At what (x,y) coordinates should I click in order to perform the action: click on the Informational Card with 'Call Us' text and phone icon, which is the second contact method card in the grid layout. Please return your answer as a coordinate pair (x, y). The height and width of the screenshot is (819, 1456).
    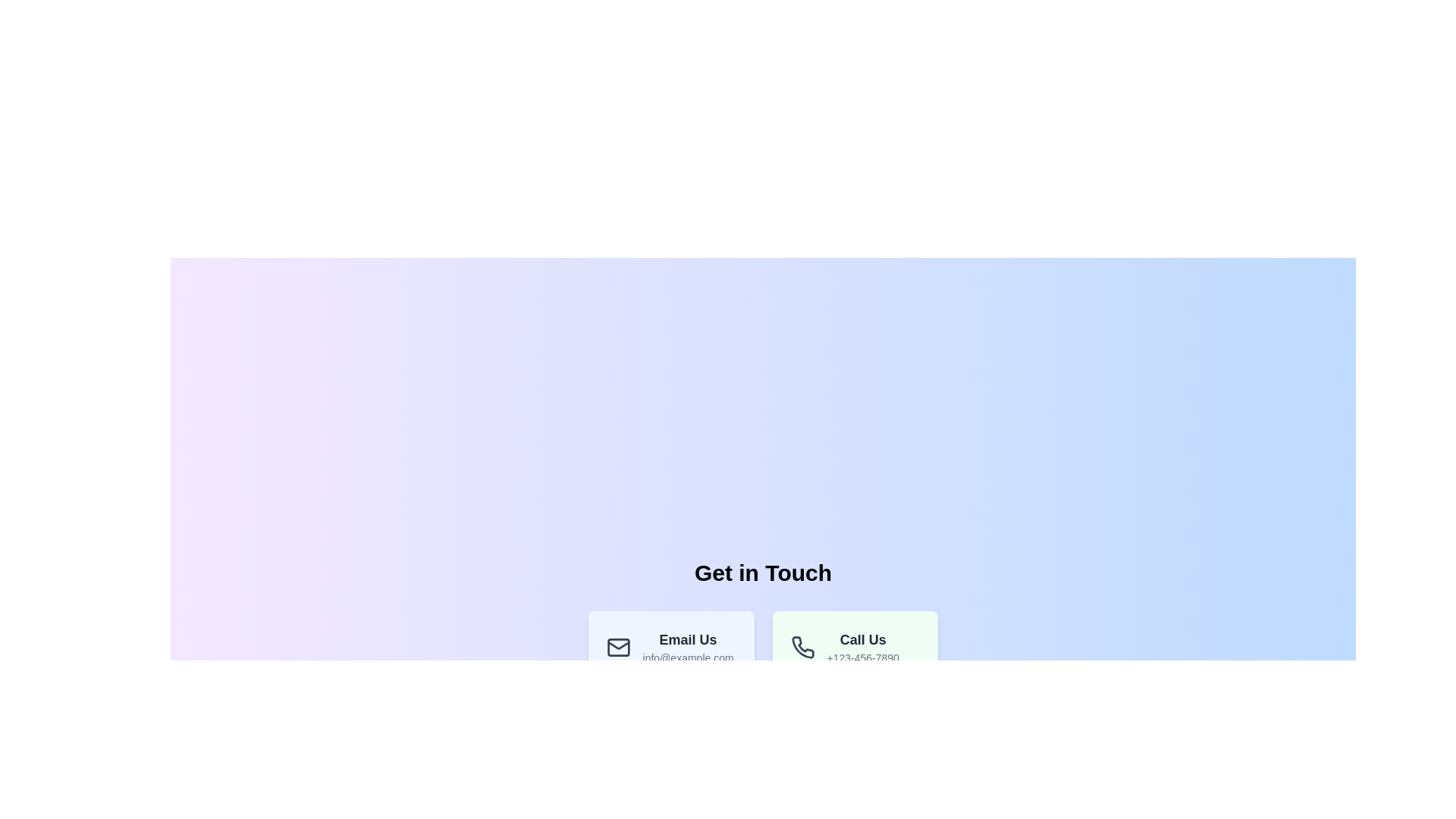
    Looking at the image, I should click on (855, 647).